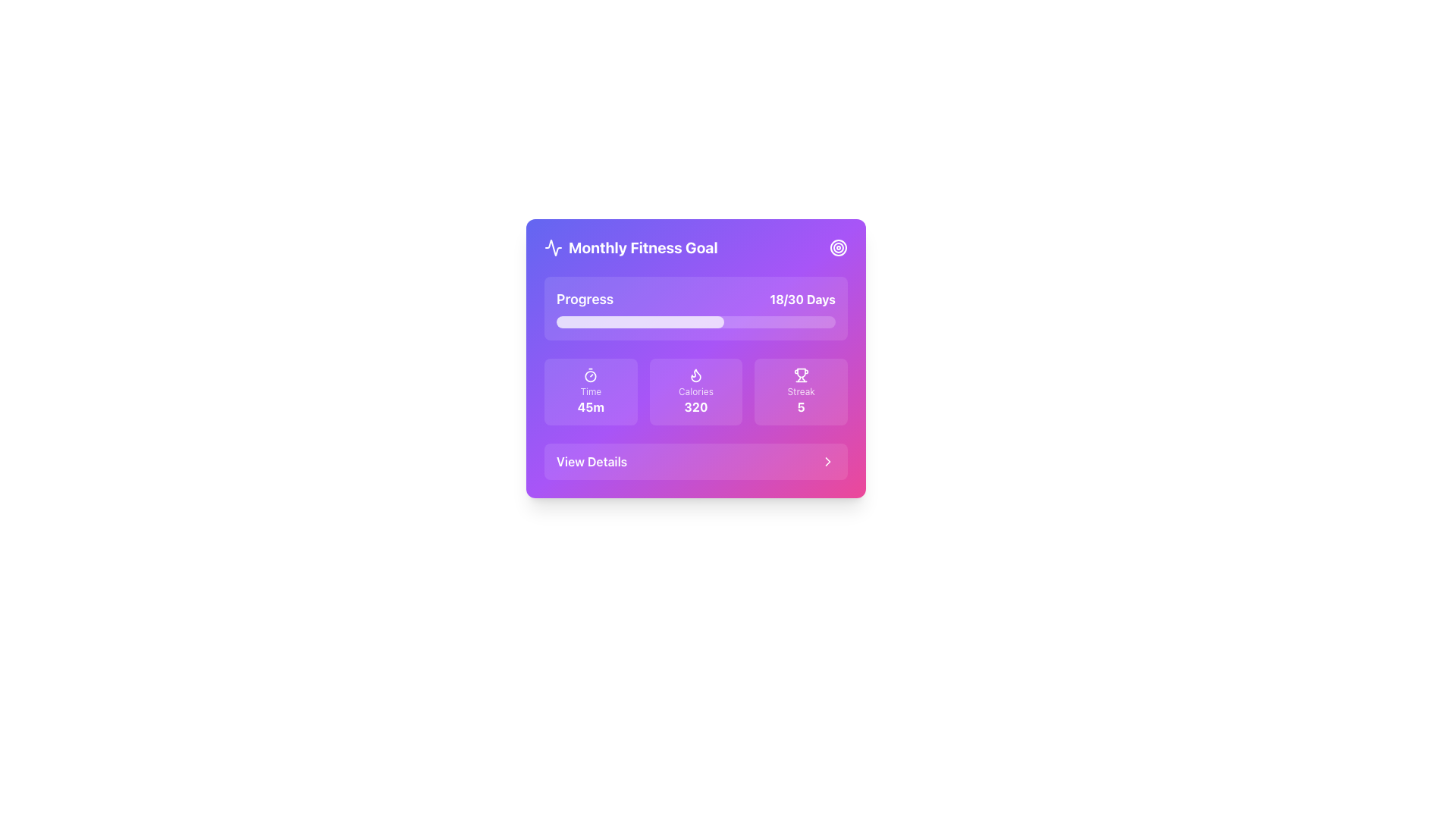 The height and width of the screenshot is (819, 1456). Describe the element at coordinates (552, 247) in the screenshot. I see `the white stroke-based activity icon situated to the left of the 'Monthly Fitness Goal' heading text` at that location.